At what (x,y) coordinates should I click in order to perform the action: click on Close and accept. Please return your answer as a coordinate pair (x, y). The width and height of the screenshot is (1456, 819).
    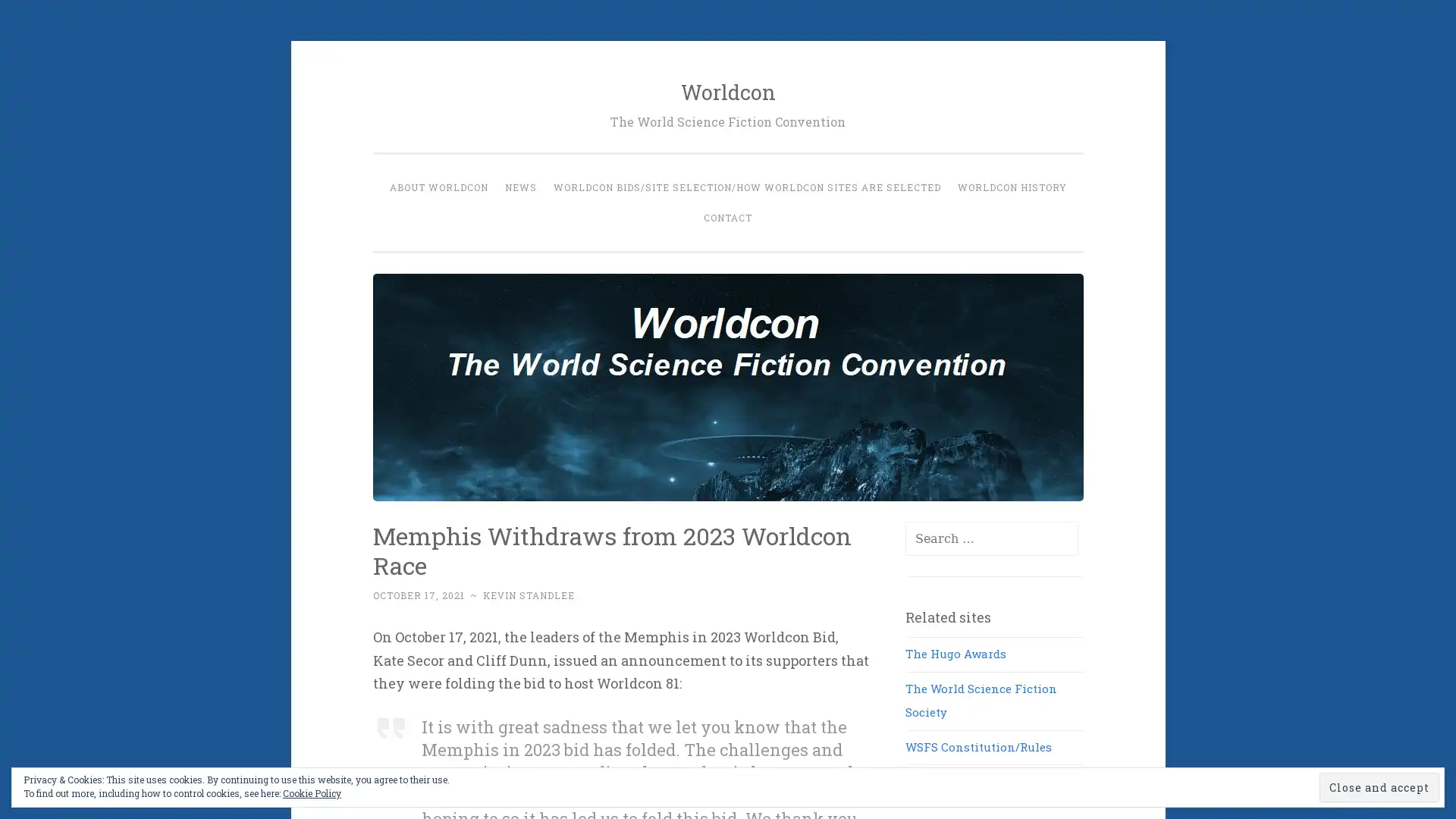
    Looking at the image, I should click on (1379, 786).